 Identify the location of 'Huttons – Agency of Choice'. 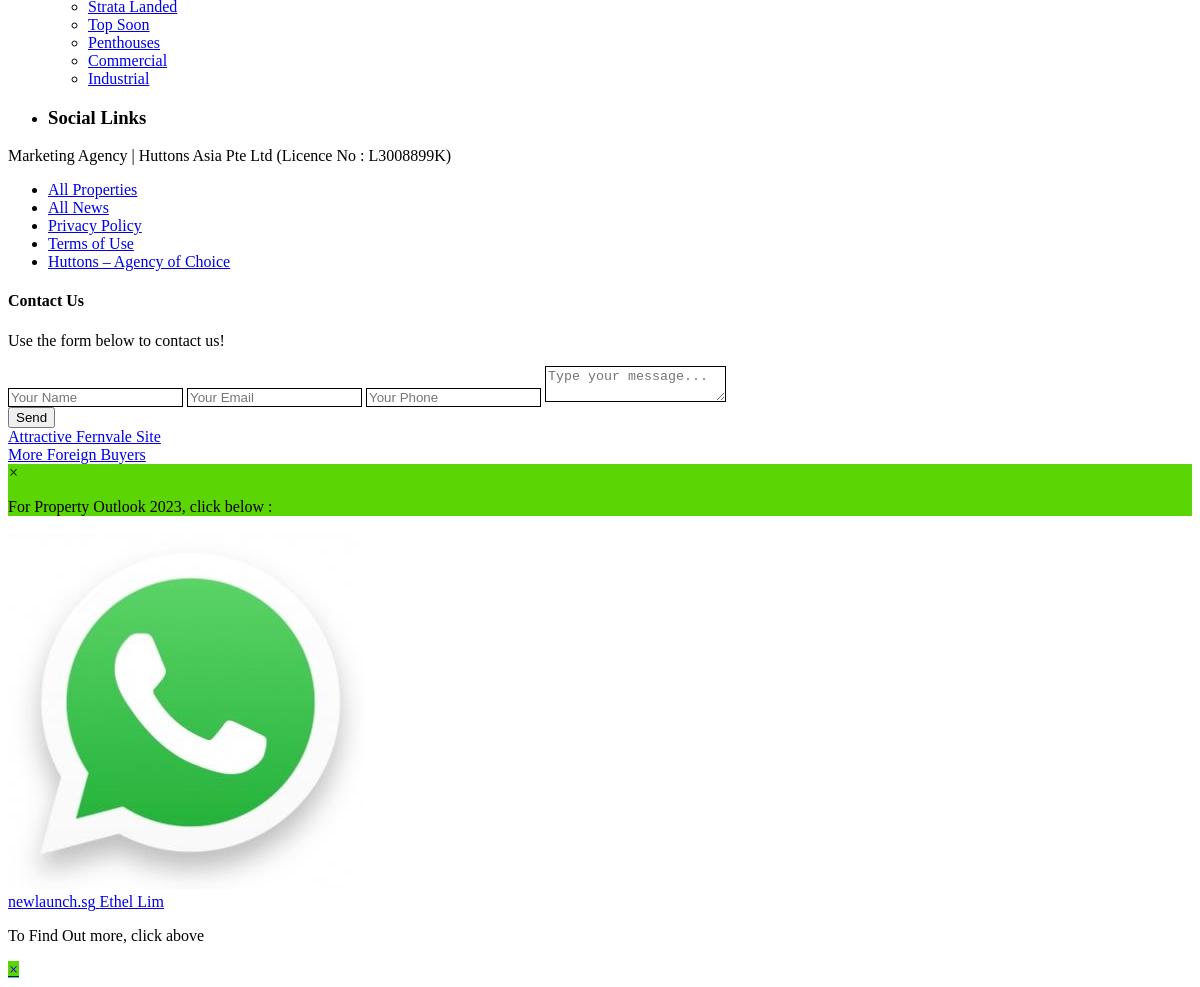
(138, 261).